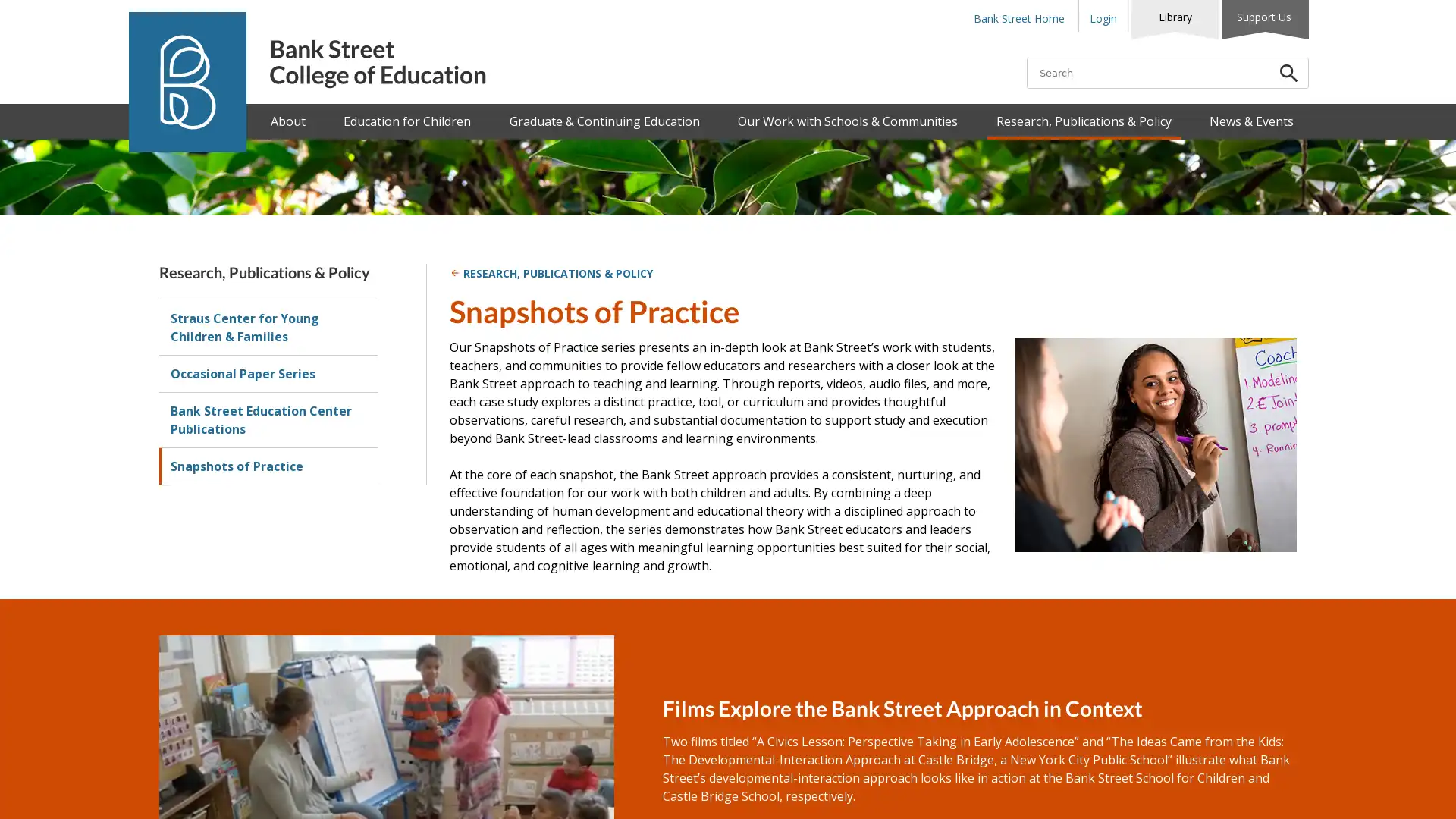 This screenshot has height=819, width=1456. Describe the element at coordinates (1288, 73) in the screenshot. I see `Search` at that location.